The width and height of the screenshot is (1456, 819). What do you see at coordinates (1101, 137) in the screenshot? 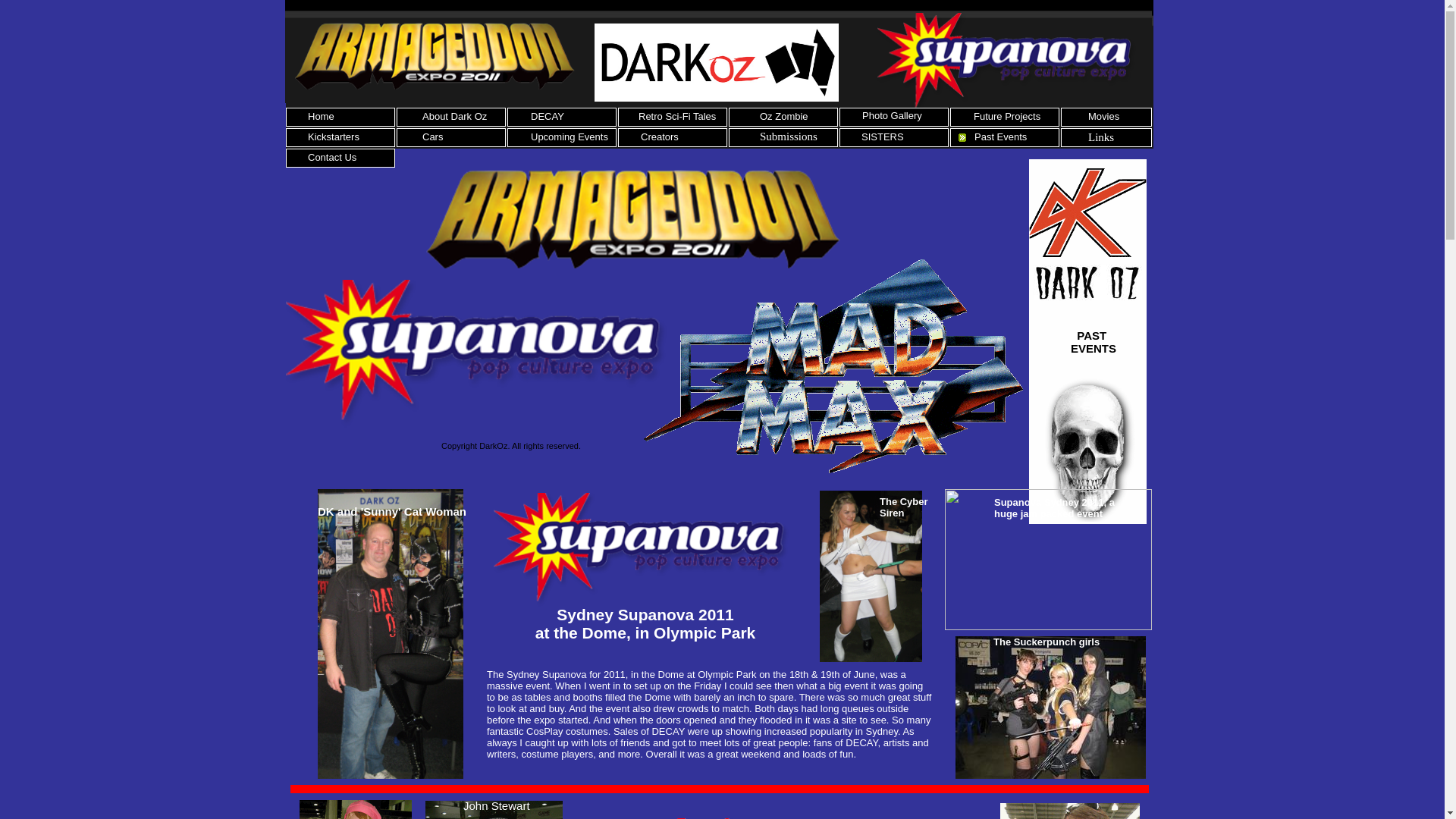
I see `'Links'` at bounding box center [1101, 137].